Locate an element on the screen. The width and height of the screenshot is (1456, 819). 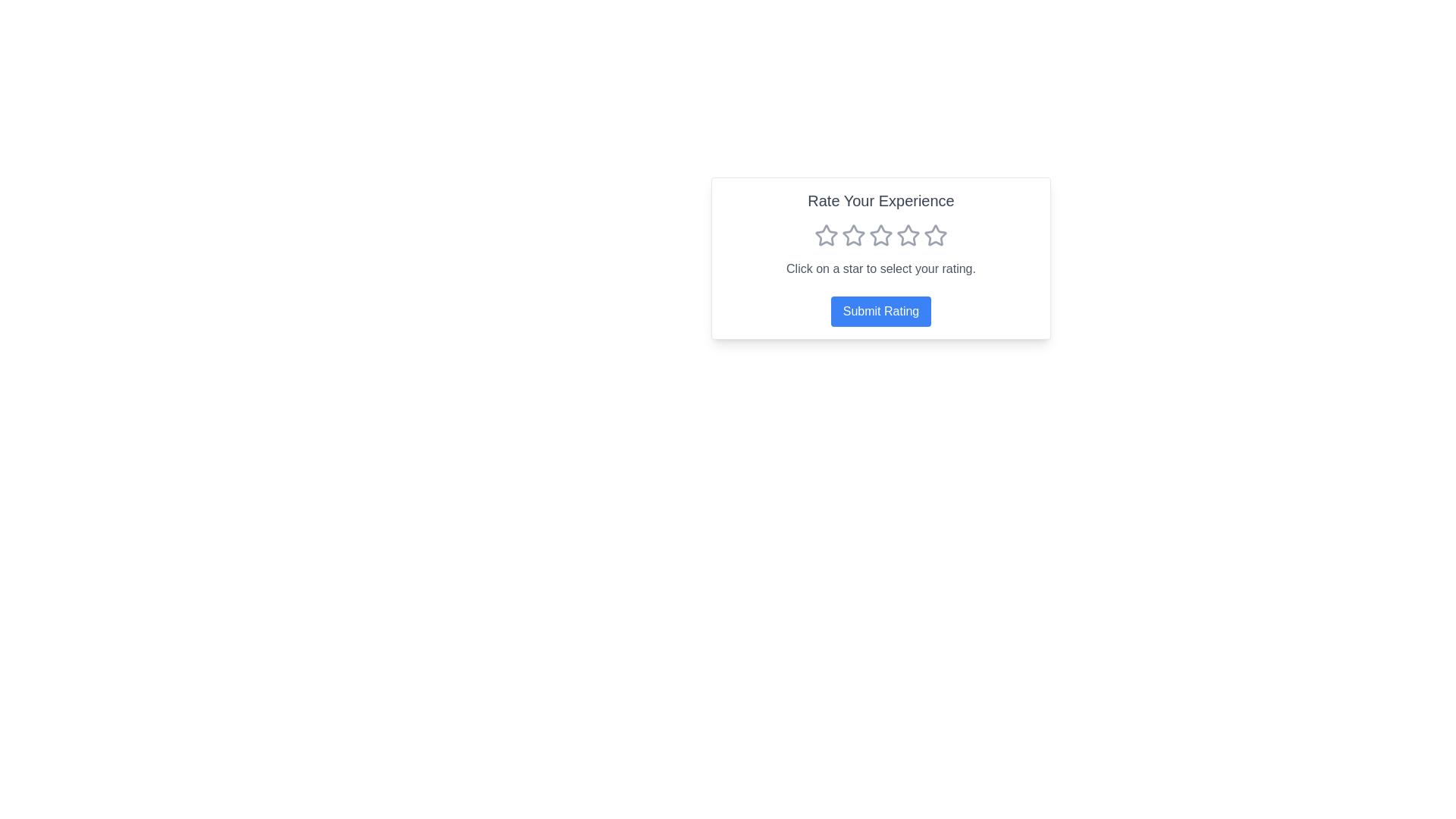
the third rating star icon in the 'Rate Your Experience' card is located at coordinates (880, 235).